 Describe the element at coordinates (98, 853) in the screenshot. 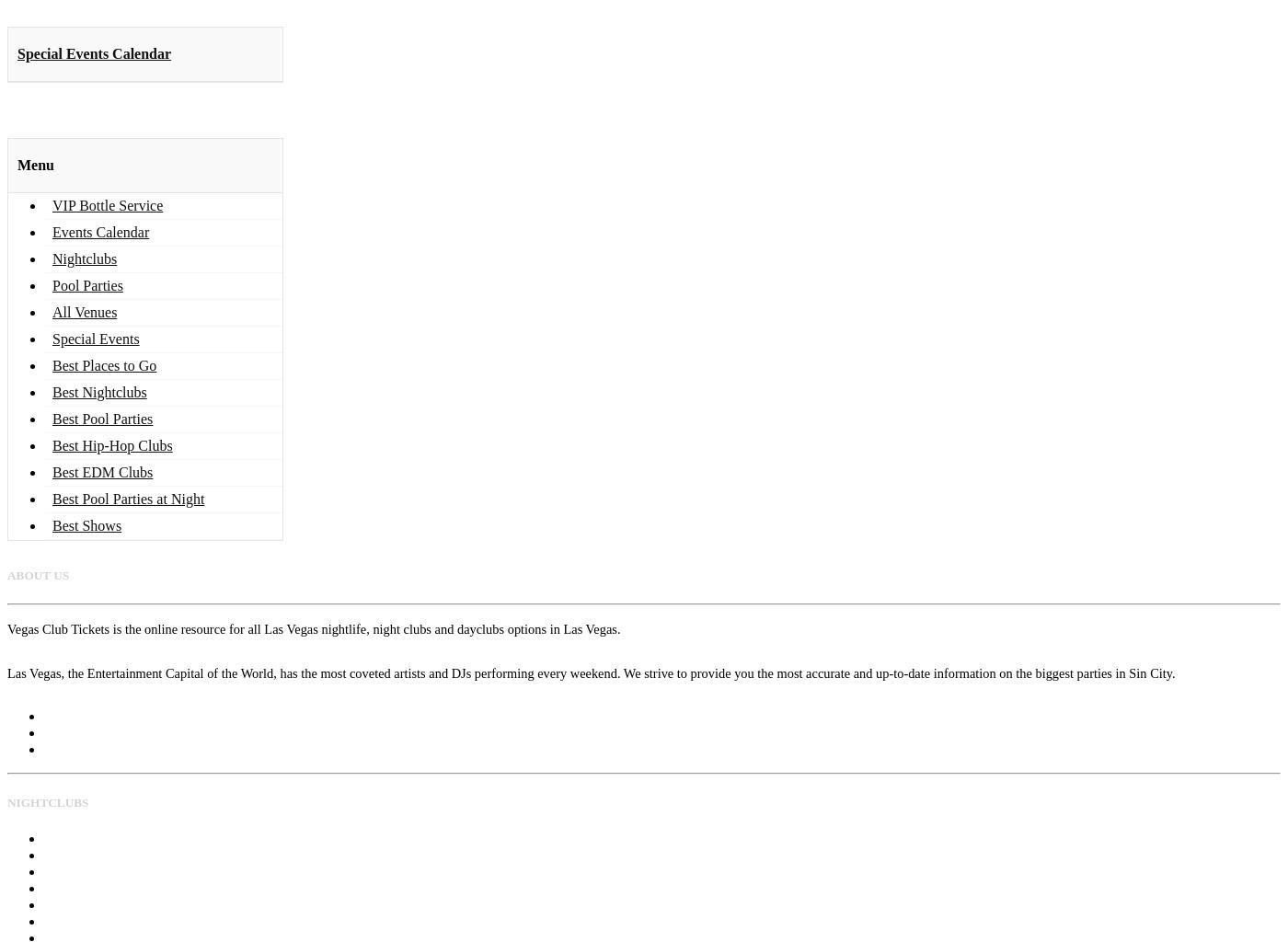

I see `'Hakkasan Las Vegas'` at that location.